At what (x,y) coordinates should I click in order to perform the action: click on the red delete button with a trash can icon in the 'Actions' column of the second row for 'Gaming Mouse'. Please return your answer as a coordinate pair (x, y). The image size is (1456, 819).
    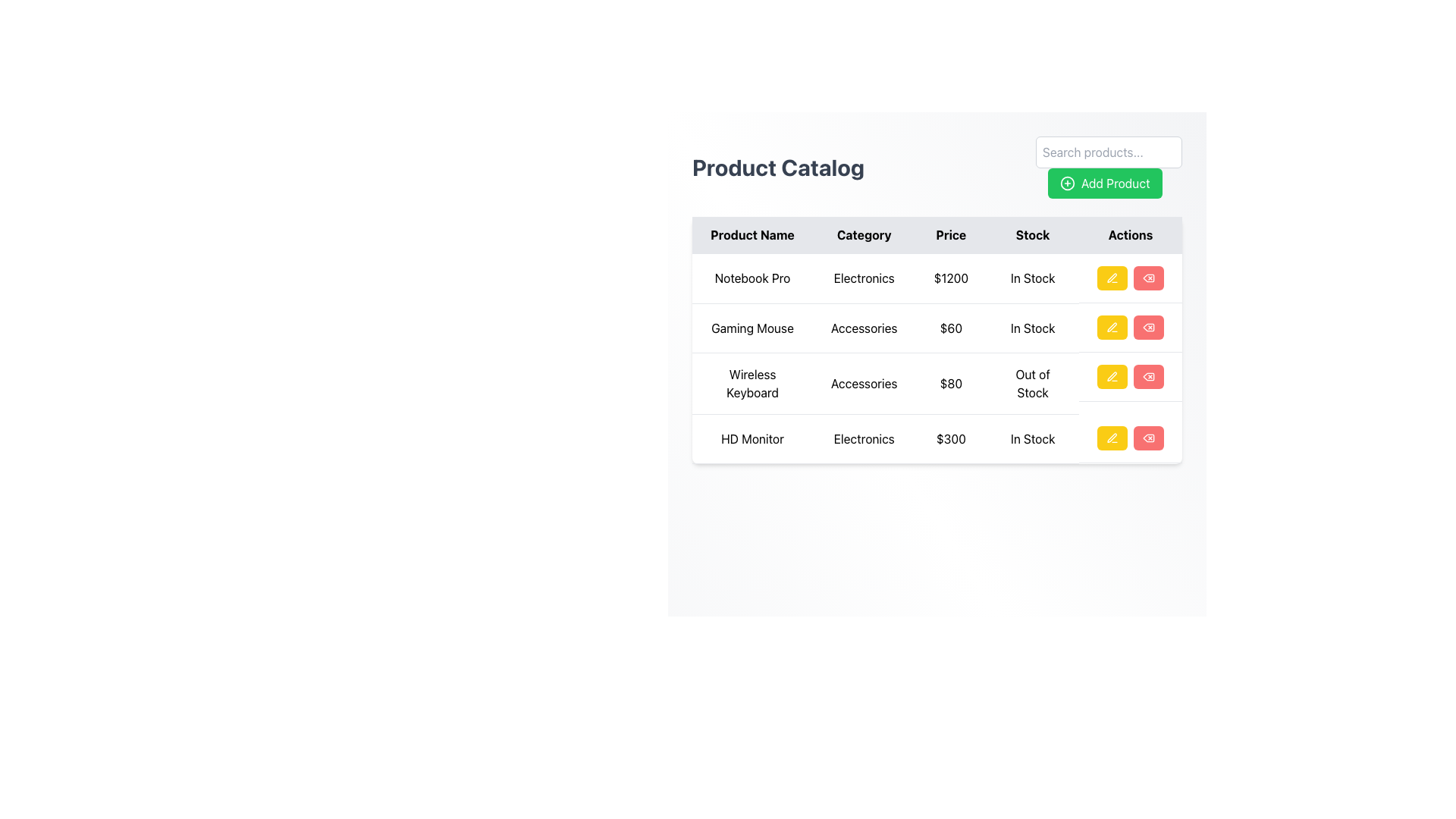
    Looking at the image, I should click on (1149, 327).